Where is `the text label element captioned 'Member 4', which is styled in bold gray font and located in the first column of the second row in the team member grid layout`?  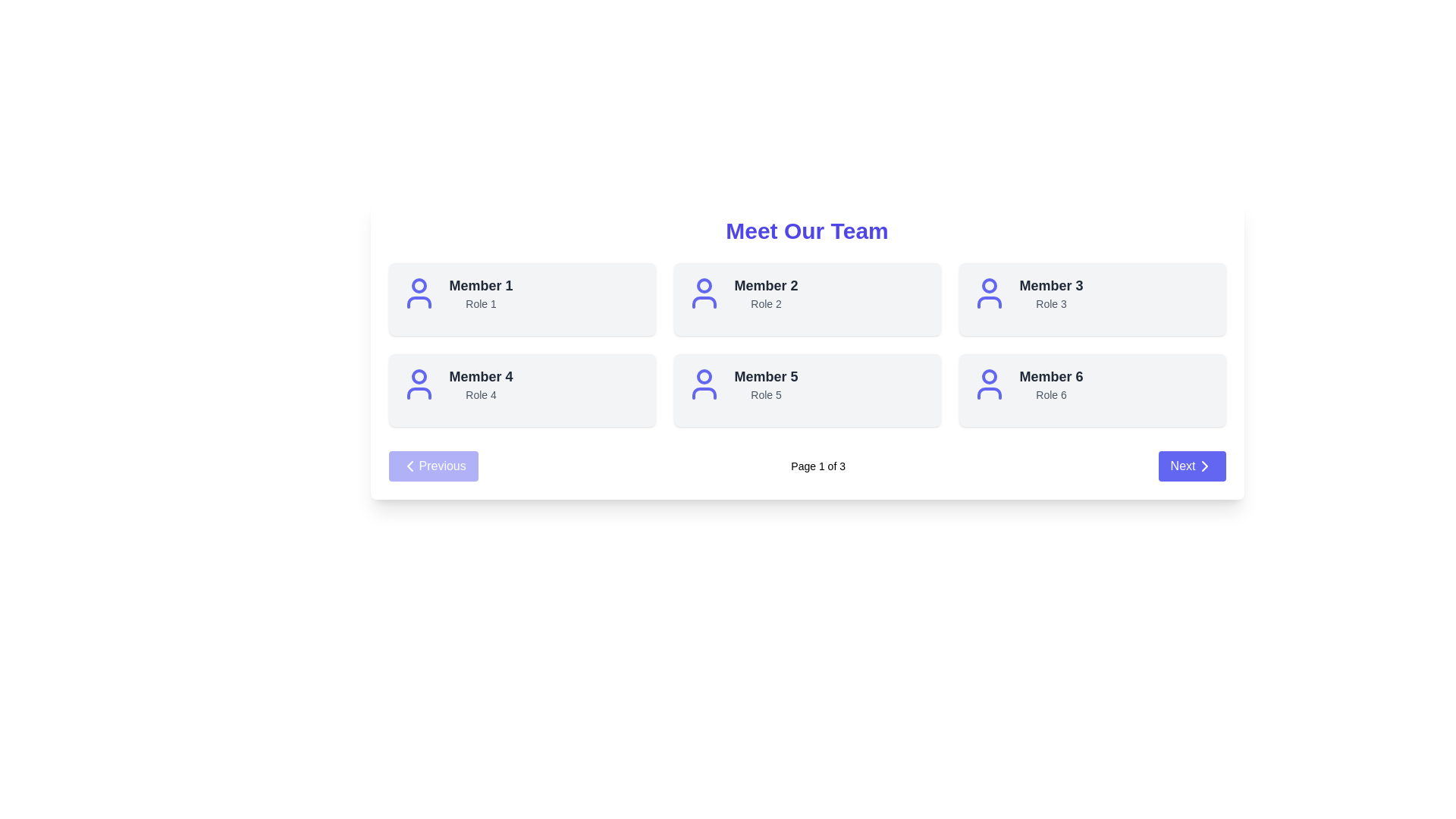 the text label element captioned 'Member 4', which is styled in bold gray font and located in the first column of the second row in the team member grid layout is located at coordinates (480, 376).